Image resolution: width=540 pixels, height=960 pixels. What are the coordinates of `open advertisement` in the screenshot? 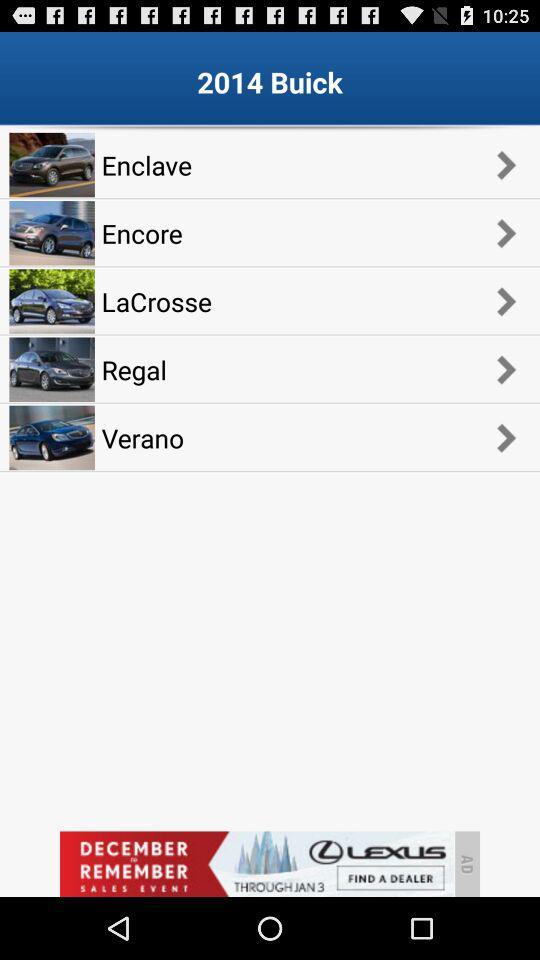 It's located at (256, 863).